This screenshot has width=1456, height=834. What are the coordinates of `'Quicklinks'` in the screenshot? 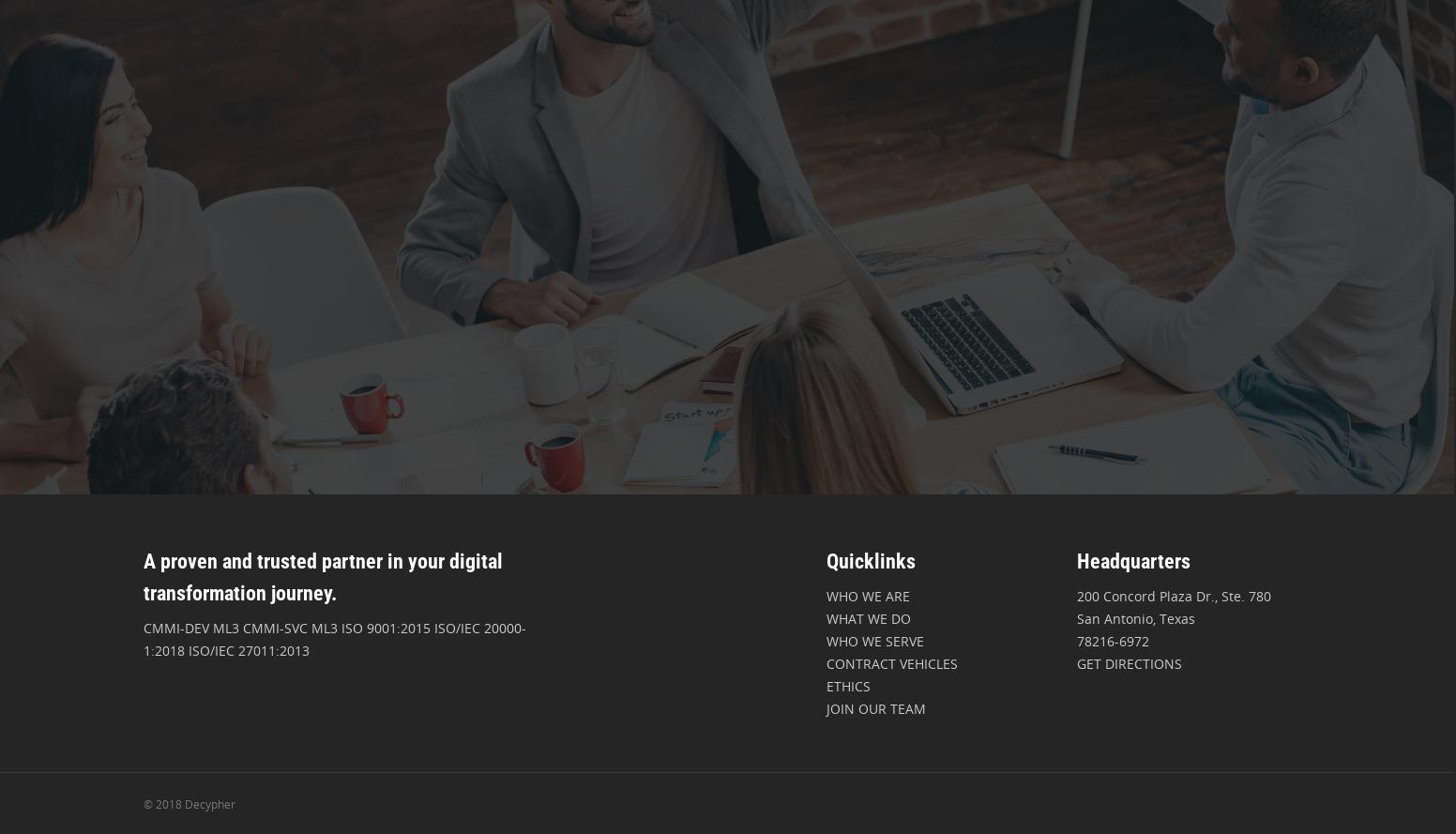 It's located at (825, 560).